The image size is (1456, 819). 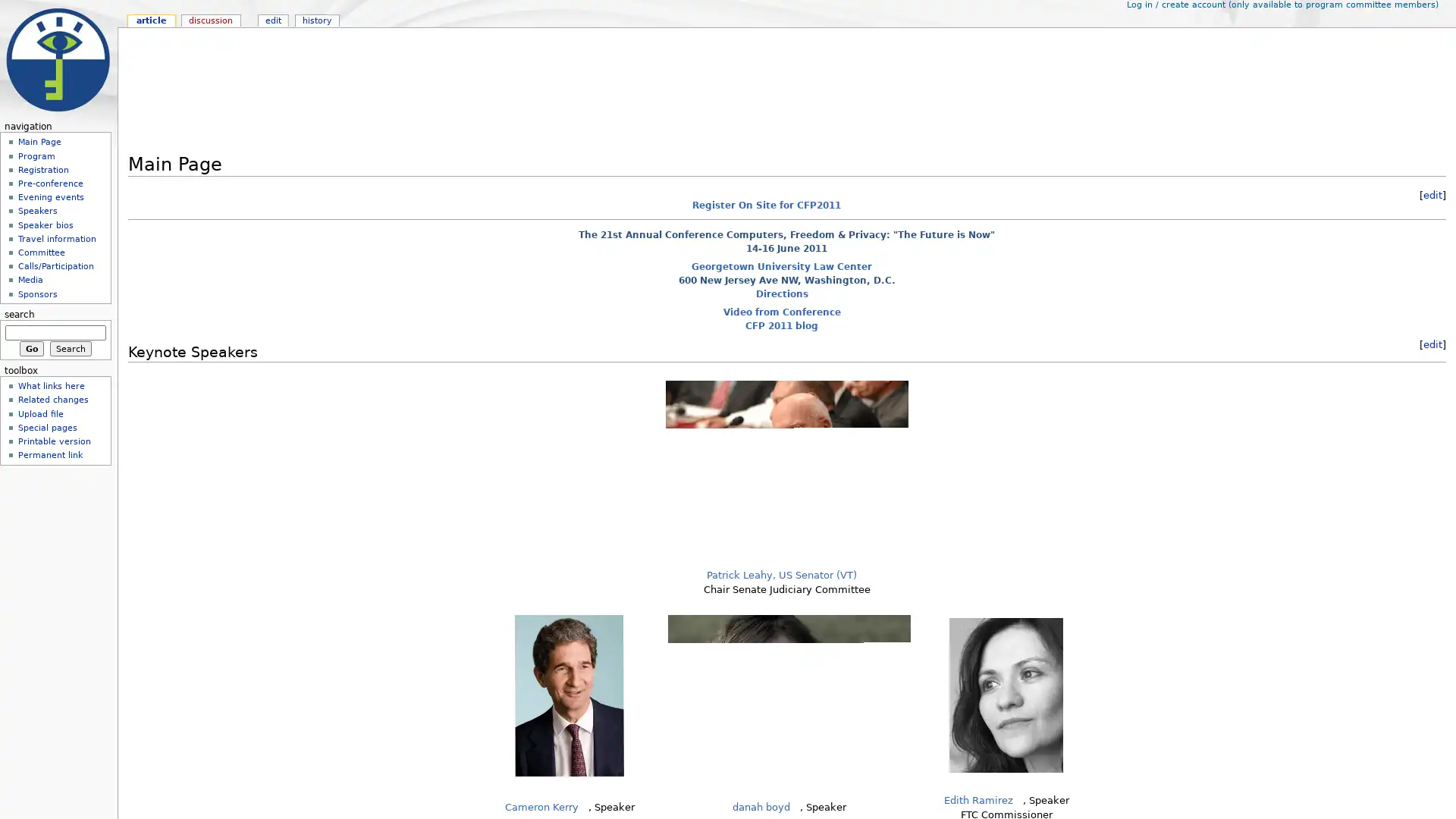 What do you see at coordinates (70, 348) in the screenshot?
I see `Search` at bounding box center [70, 348].